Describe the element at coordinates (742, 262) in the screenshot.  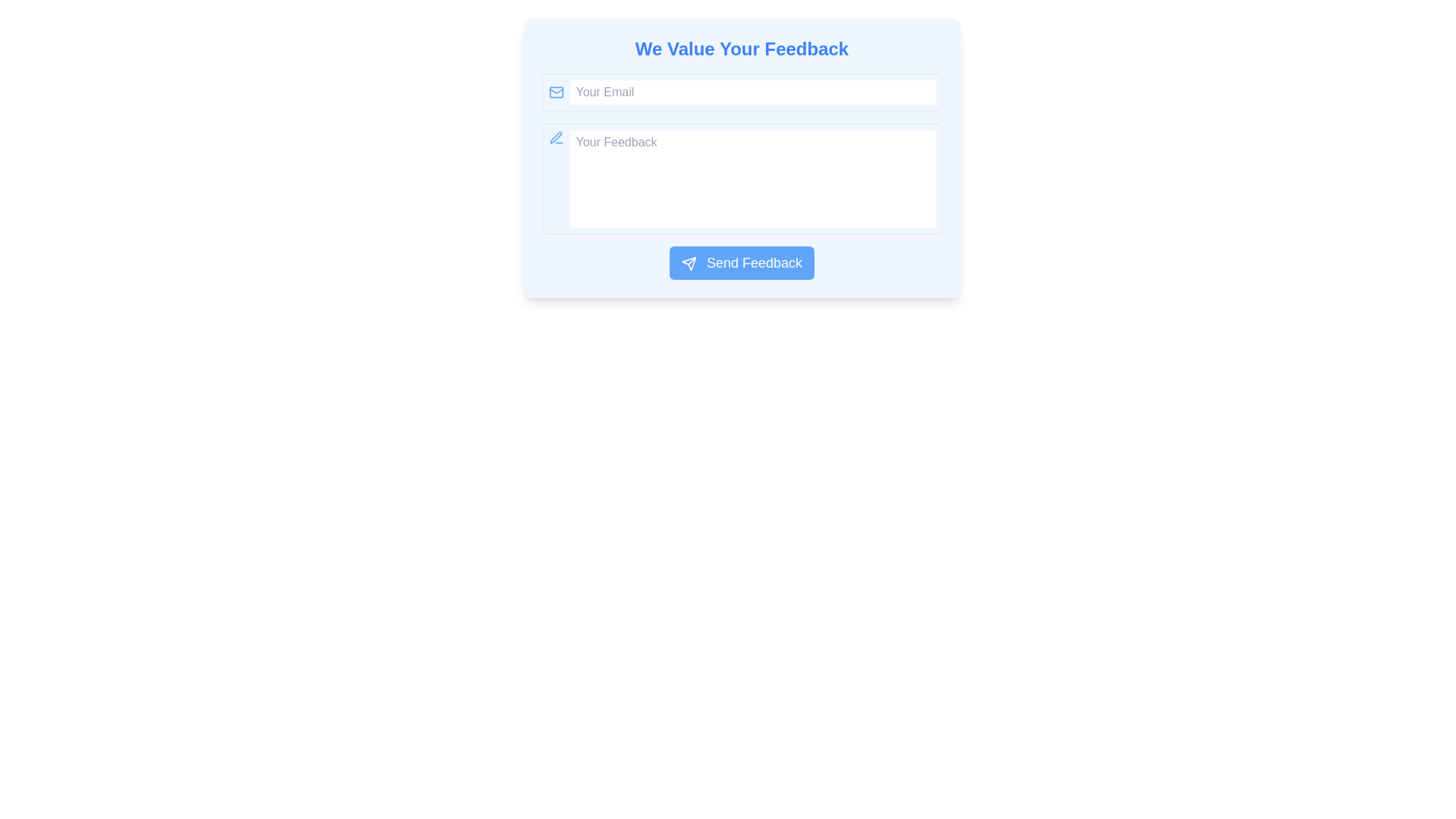
I see `the blue rectangular button labeled 'Send Feedback' with a paper plane icon` at that location.